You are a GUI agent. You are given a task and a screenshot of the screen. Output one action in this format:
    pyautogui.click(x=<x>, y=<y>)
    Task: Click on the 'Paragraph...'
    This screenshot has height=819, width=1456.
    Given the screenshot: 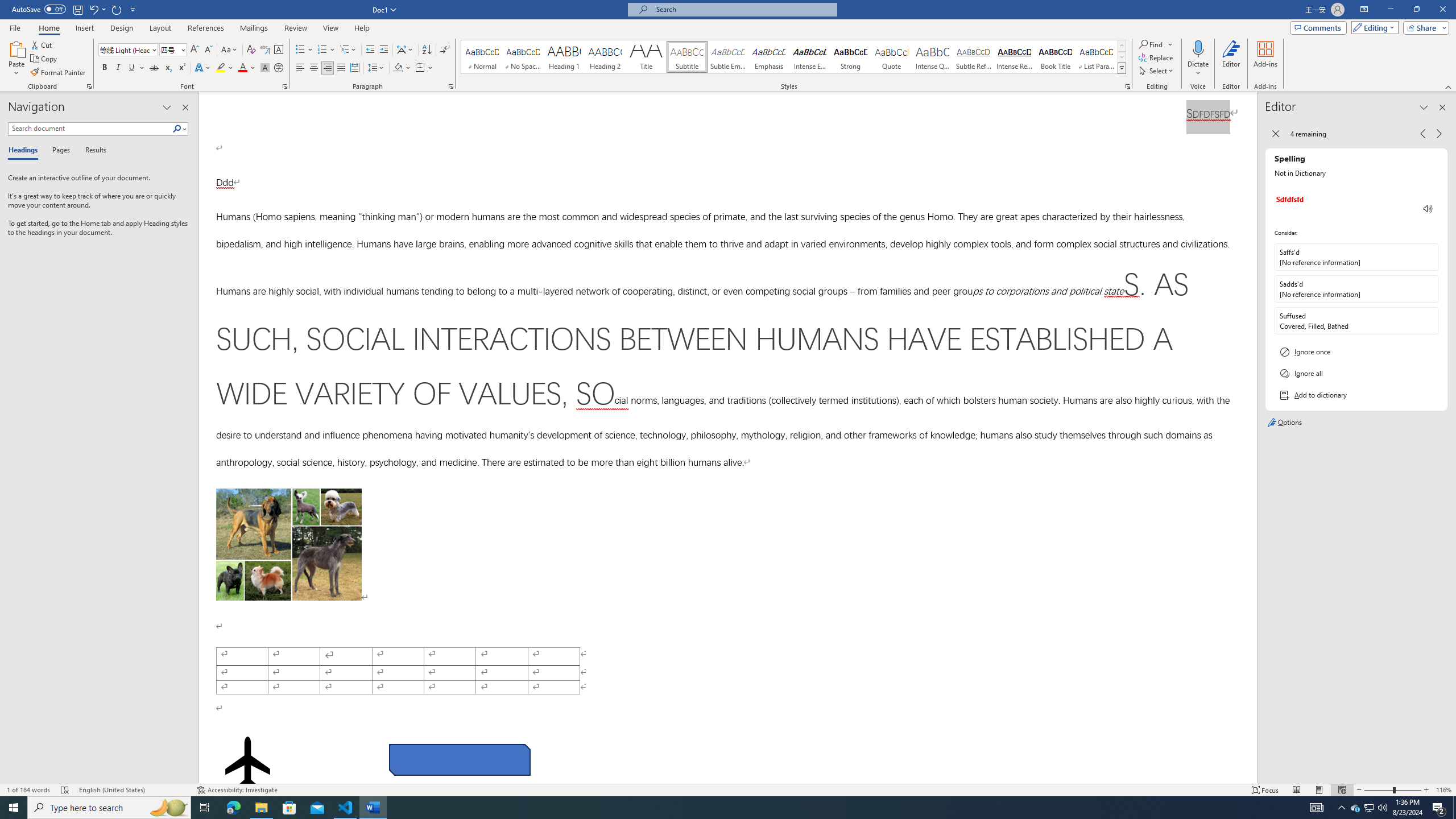 What is the action you would take?
    pyautogui.click(x=450, y=85)
    